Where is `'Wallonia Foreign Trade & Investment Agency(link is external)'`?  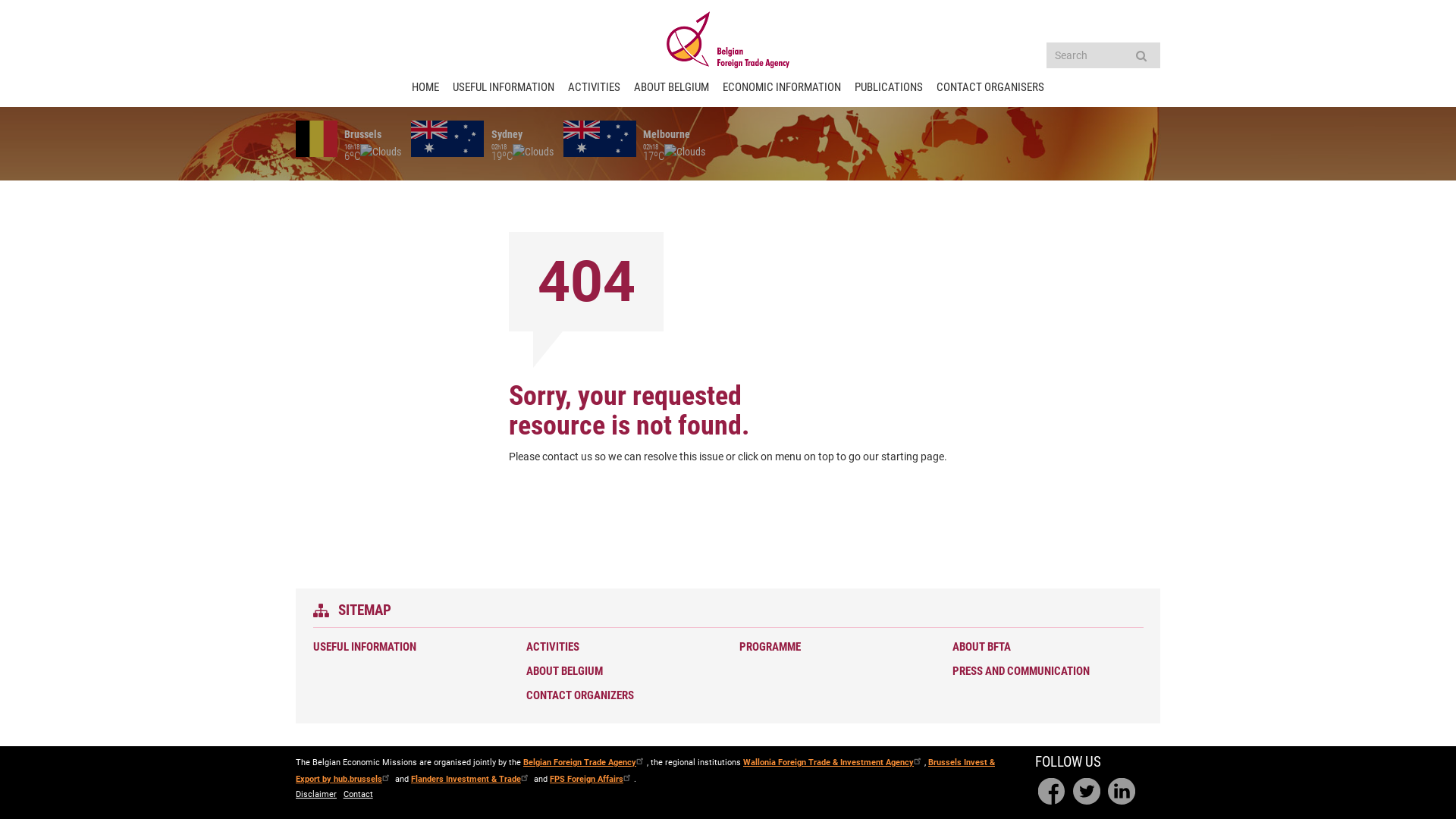
'Wallonia Foreign Trade & Investment Agency(link is external)' is located at coordinates (833, 762).